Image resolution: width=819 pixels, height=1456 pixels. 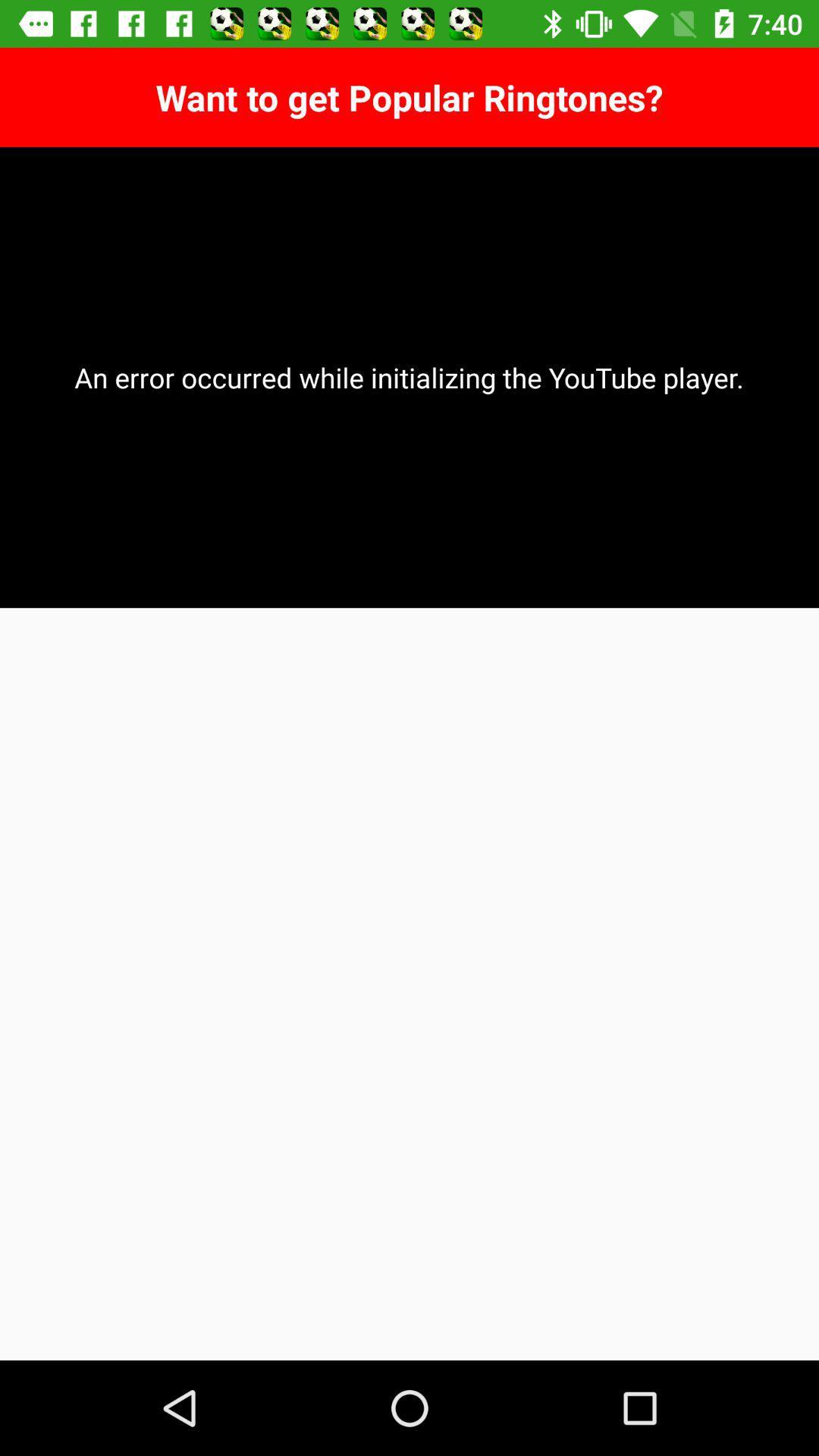 What do you see at coordinates (409, 96) in the screenshot?
I see `want to get app` at bounding box center [409, 96].